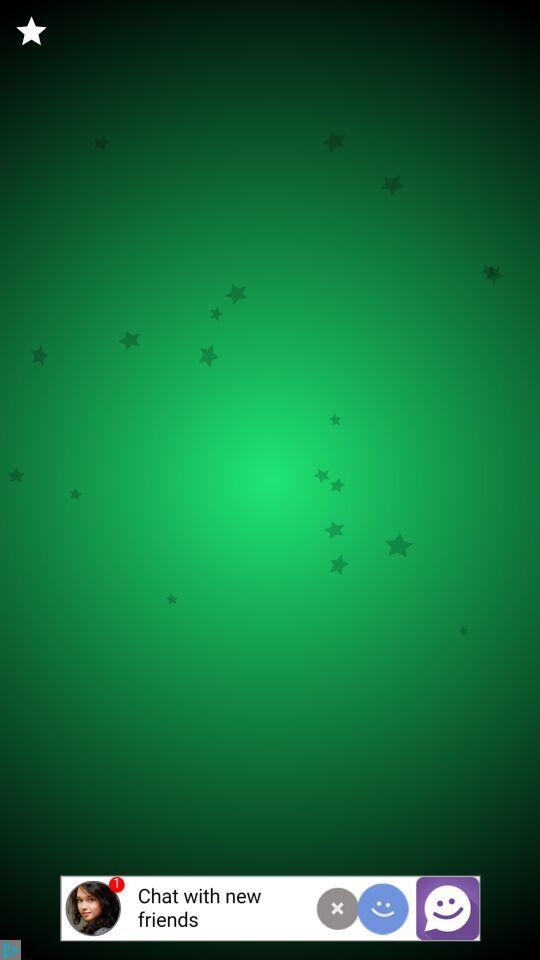  Describe the element at coordinates (30, 30) in the screenshot. I see `favorite` at that location.